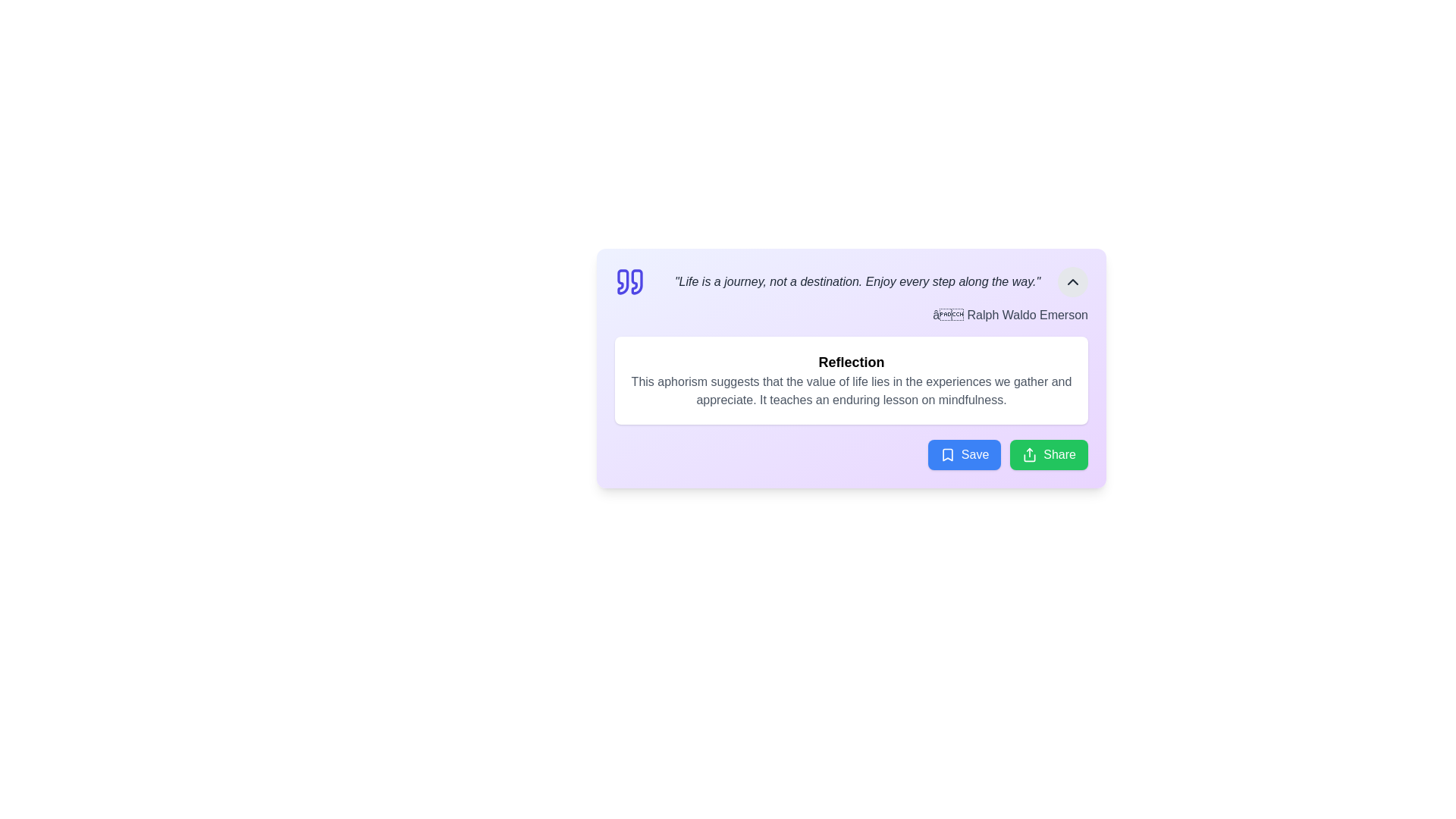  Describe the element at coordinates (964, 454) in the screenshot. I see `the blue 'Save' button with rounded corners and a bookmark icon located at the bottom-right corner of the card layout` at that location.